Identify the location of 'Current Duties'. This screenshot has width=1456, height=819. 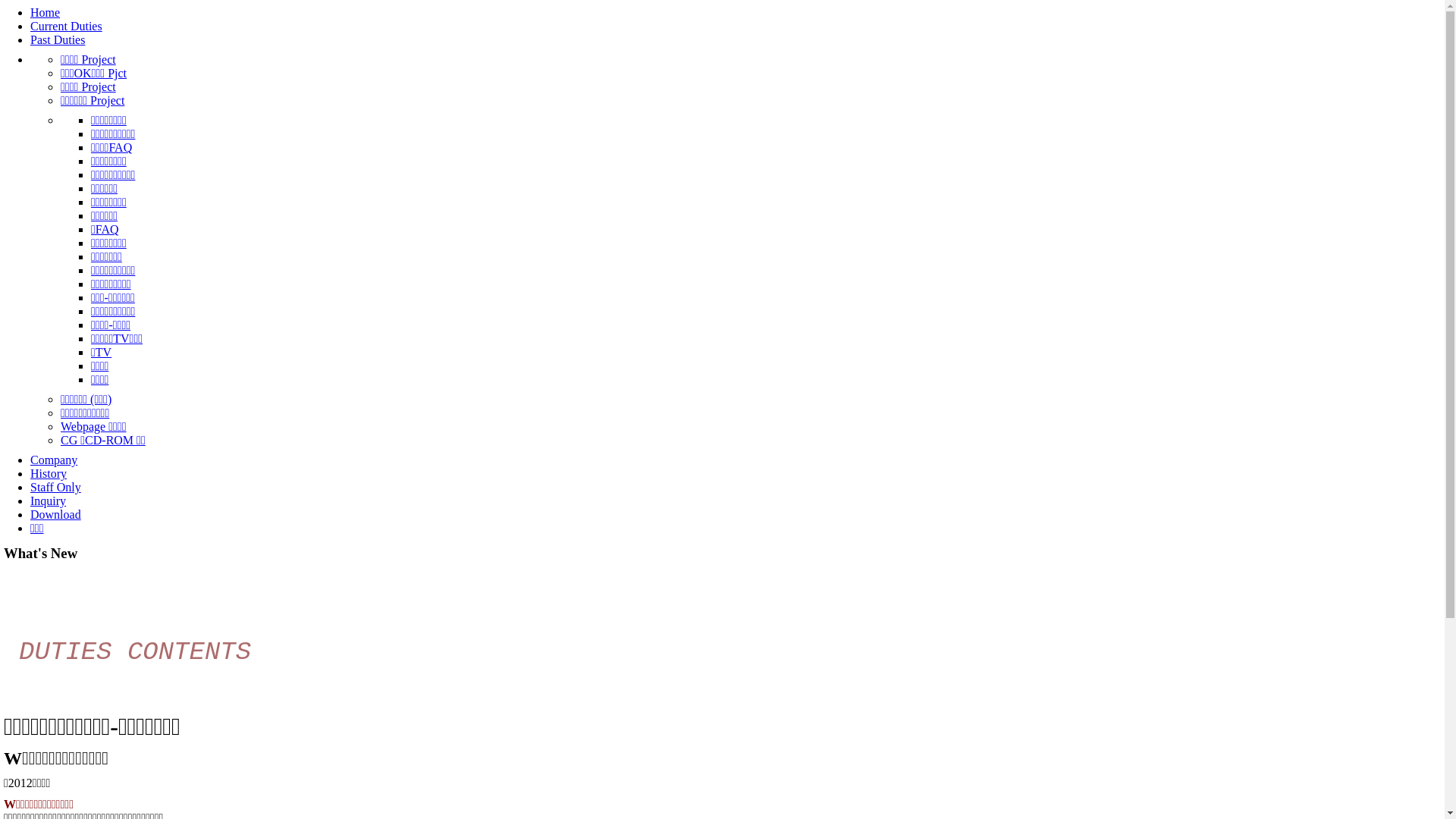
(65, 26).